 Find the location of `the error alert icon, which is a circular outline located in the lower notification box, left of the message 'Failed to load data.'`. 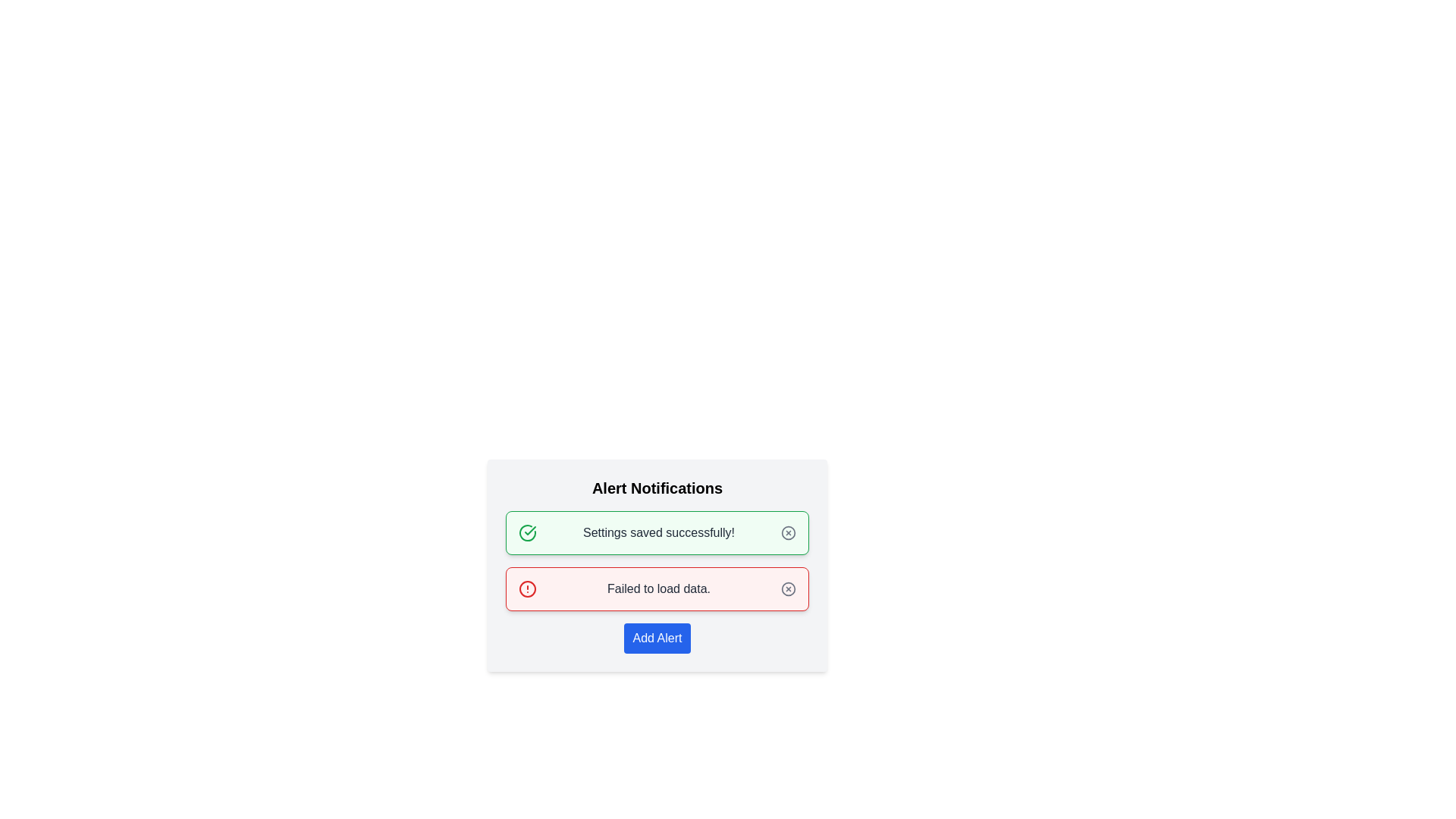

the error alert icon, which is a circular outline located in the lower notification box, left of the message 'Failed to load data.' is located at coordinates (528, 588).